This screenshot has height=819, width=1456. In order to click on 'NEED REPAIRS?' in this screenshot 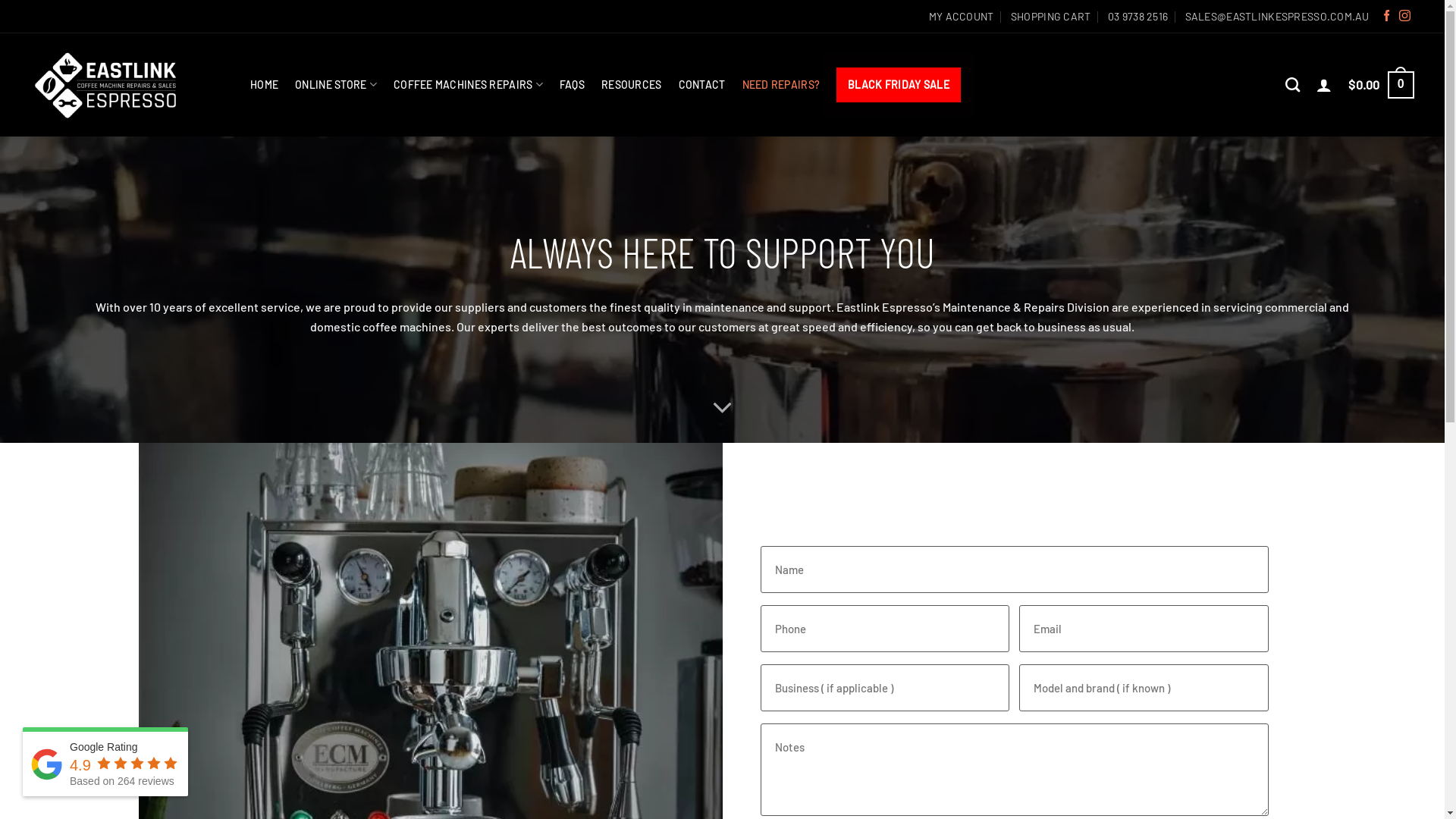, I will do `click(781, 84)`.